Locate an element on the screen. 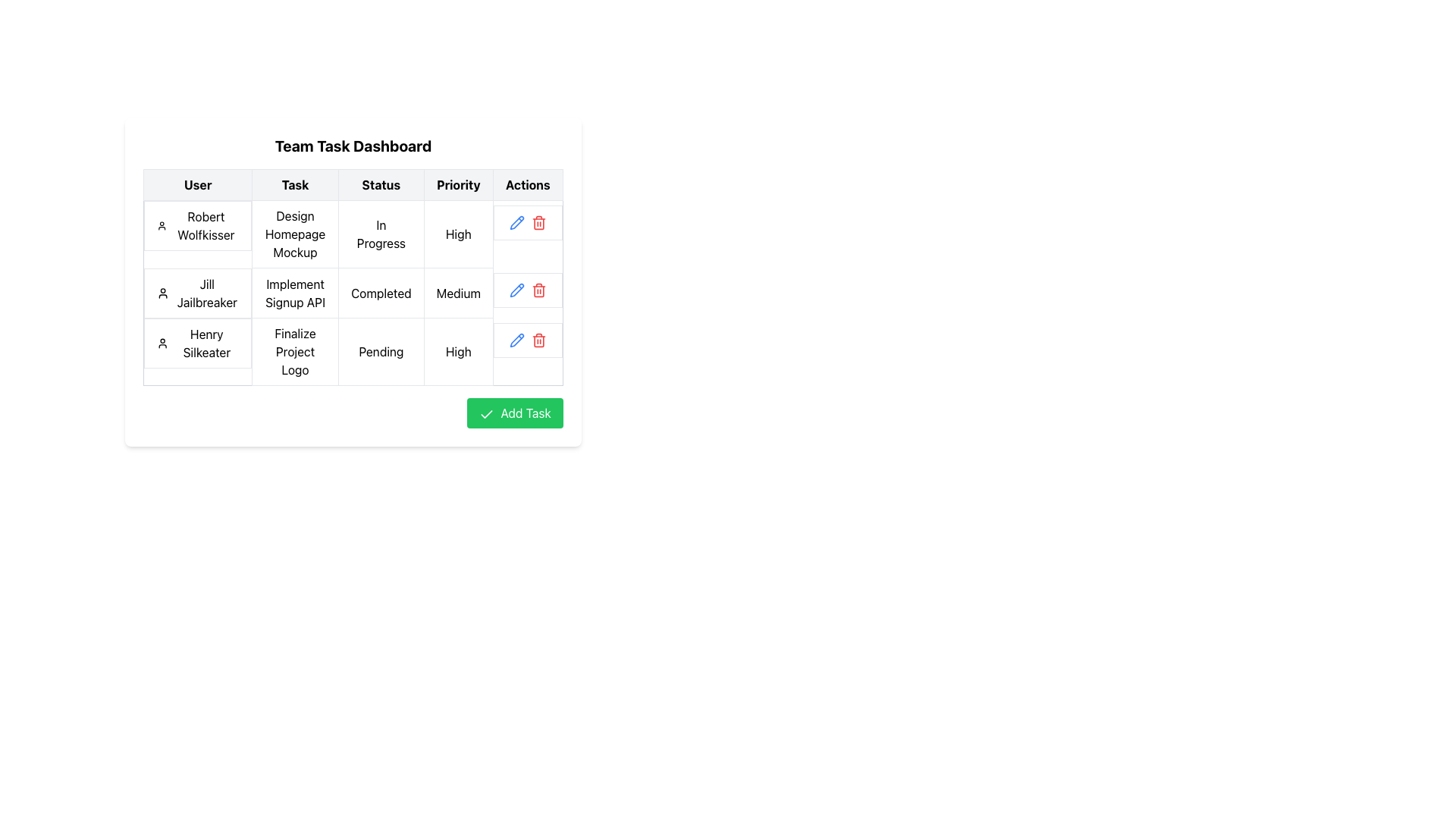  the text label displaying the priority level 'High' in the third row under the 'Priority' column of the task management table is located at coordinates (457, 351).